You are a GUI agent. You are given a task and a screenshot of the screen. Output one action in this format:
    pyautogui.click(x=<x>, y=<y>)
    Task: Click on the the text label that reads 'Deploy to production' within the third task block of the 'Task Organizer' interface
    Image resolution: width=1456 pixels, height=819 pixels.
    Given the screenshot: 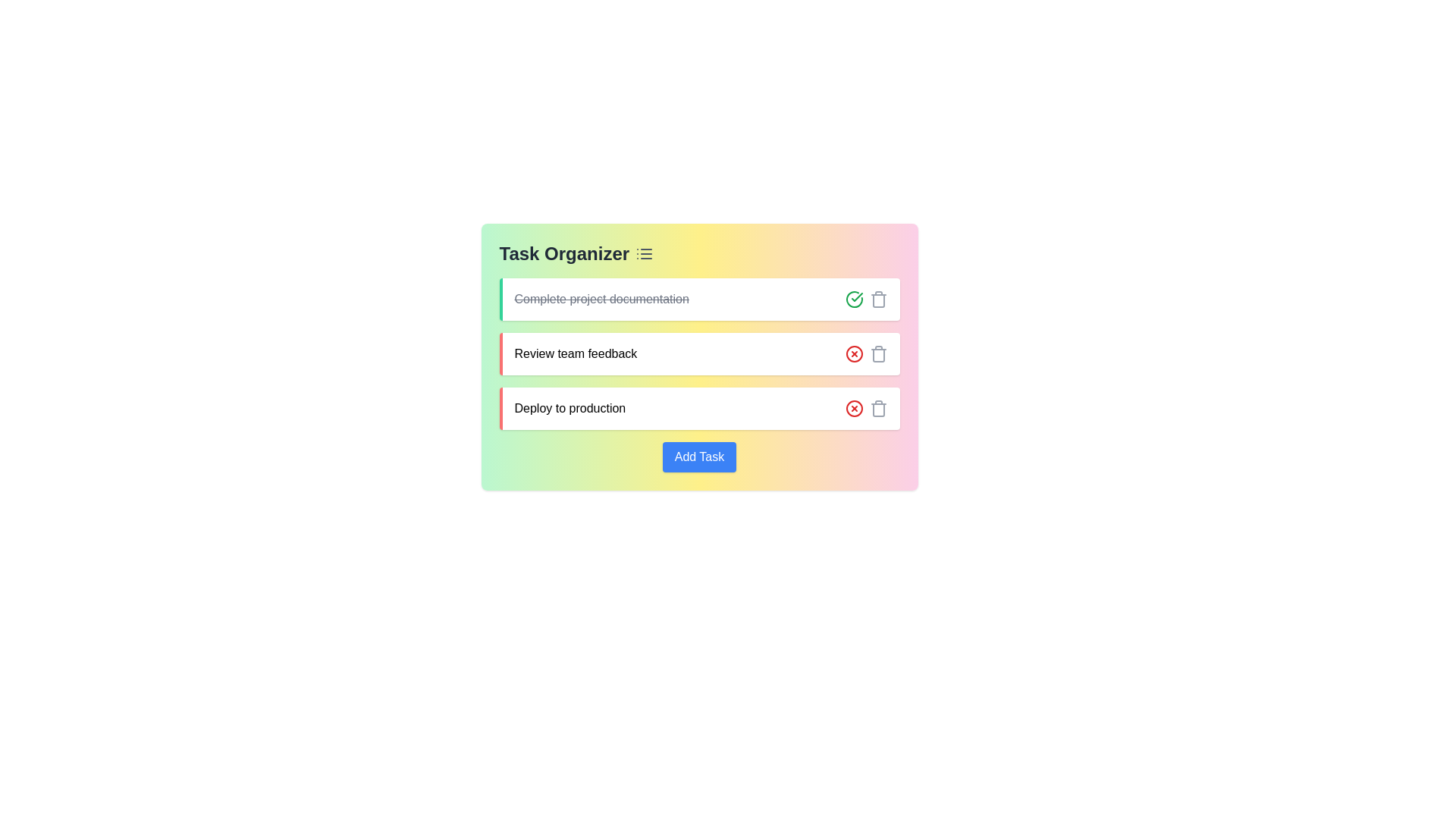 What is the action you would take?
    pyautogui.click(x=569, y=408)
    